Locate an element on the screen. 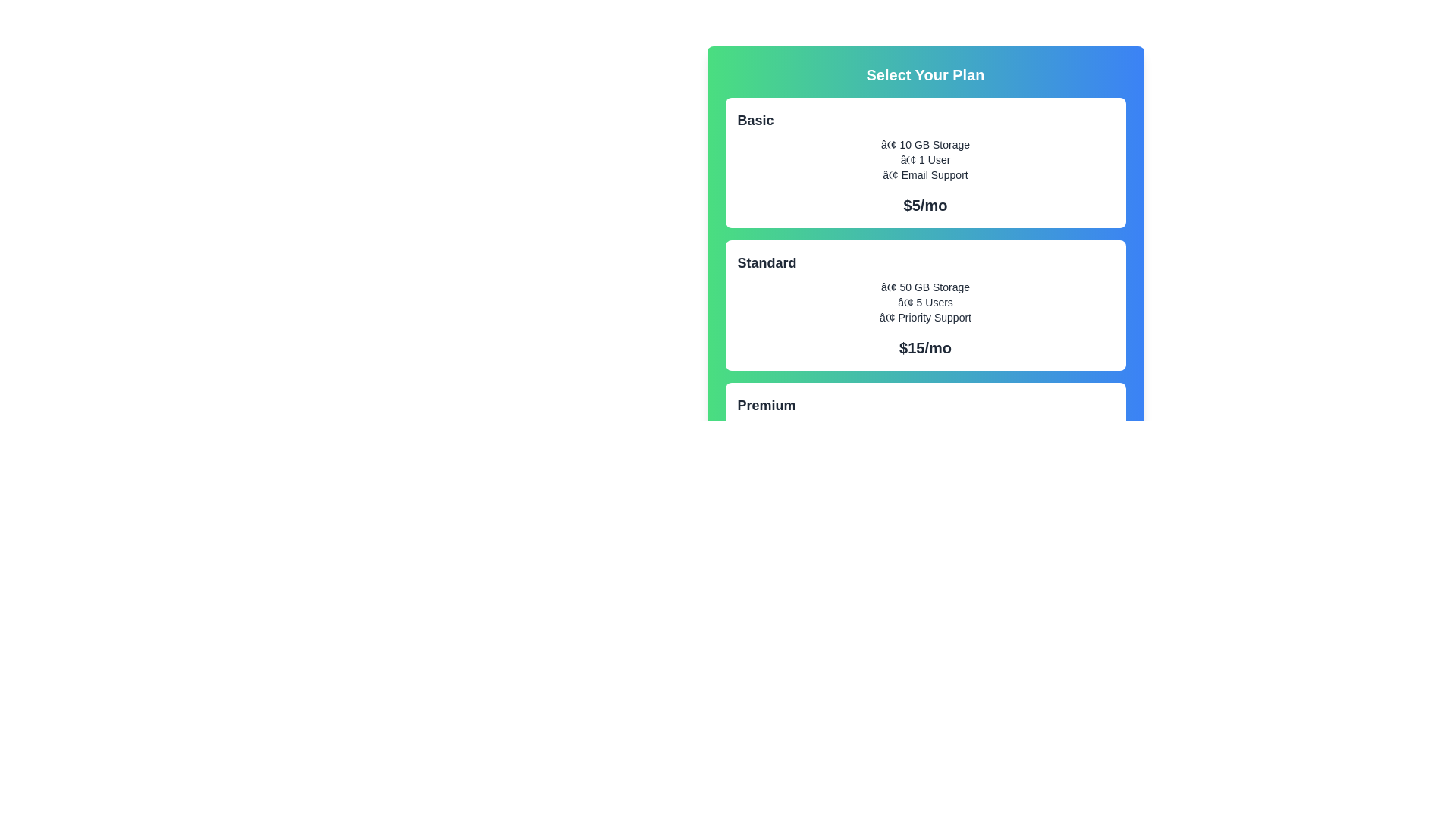 The height and width of the screenshot is (819, 1456). the contents of the text label that displays 'Basic' in bold, larger font, located at the top-left corner of a card layout is located at coordinates (924, 119).